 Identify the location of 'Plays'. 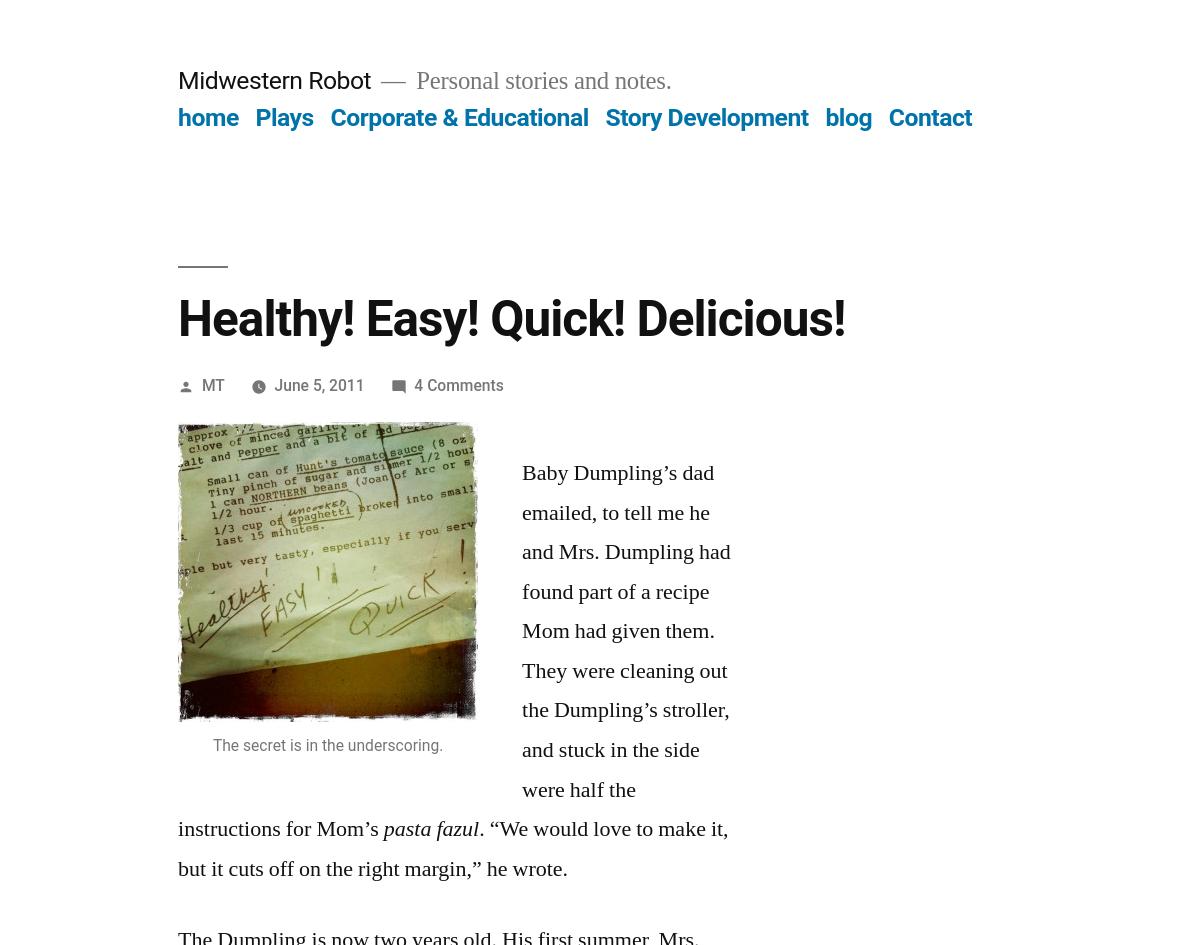
(283, 116).